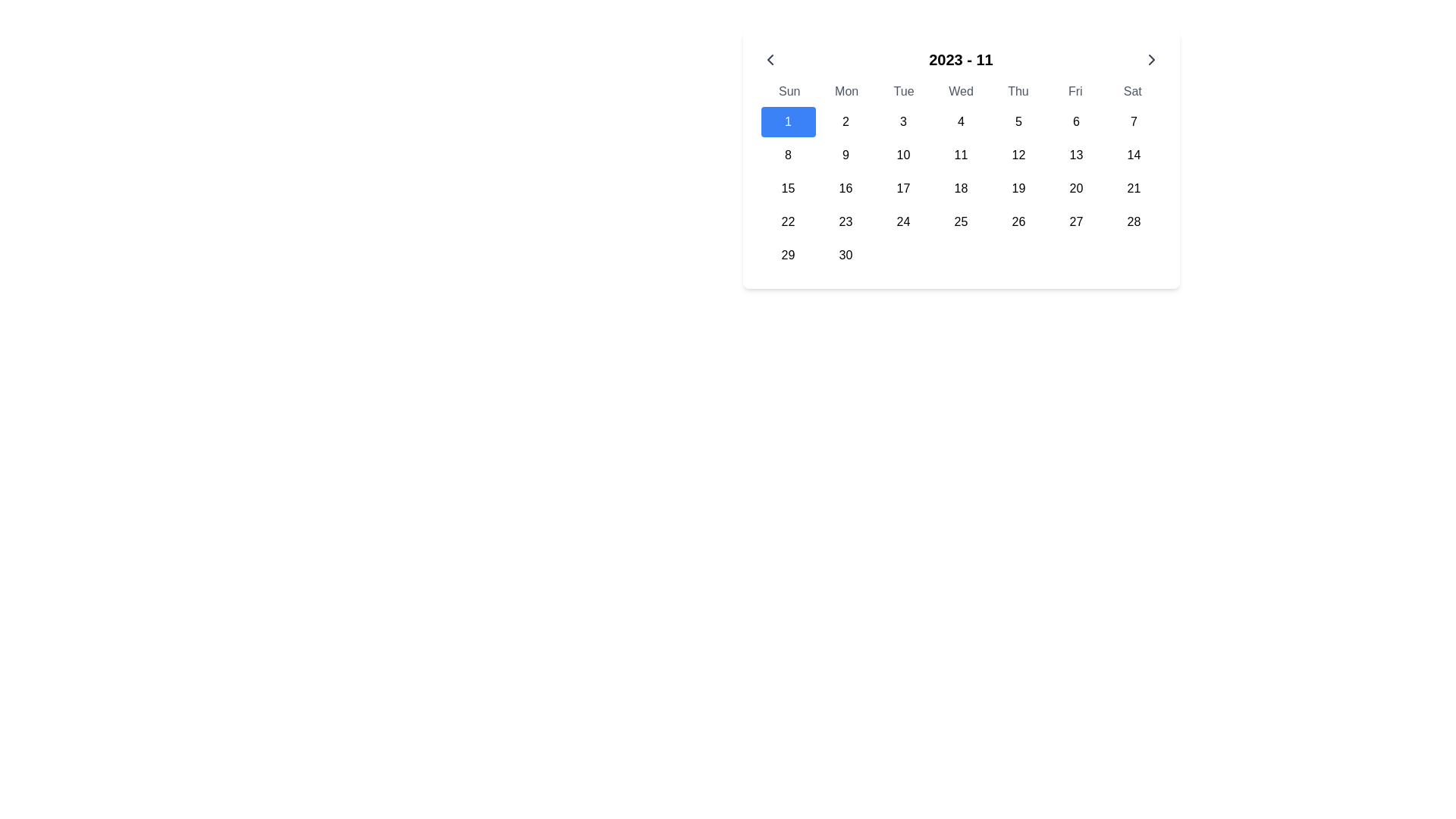 The image size is (1456, 819). What do you see at coordinates (1132, 91) in the screenshot?
I see `the static text label displaying 'Sat', which is the last element in the horizontal list of days of the week in the calendar view` at bounding box center [1132, 91].